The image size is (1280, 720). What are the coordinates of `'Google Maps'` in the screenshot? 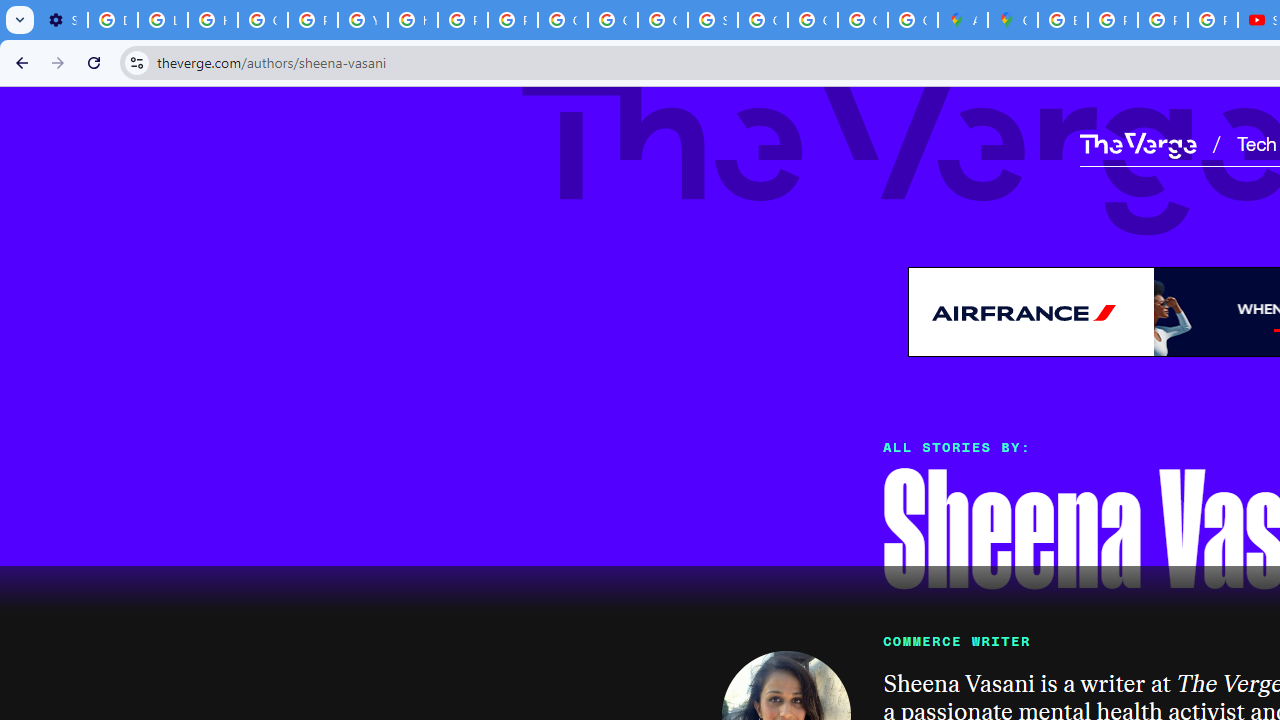 It's located at (1013, 20).